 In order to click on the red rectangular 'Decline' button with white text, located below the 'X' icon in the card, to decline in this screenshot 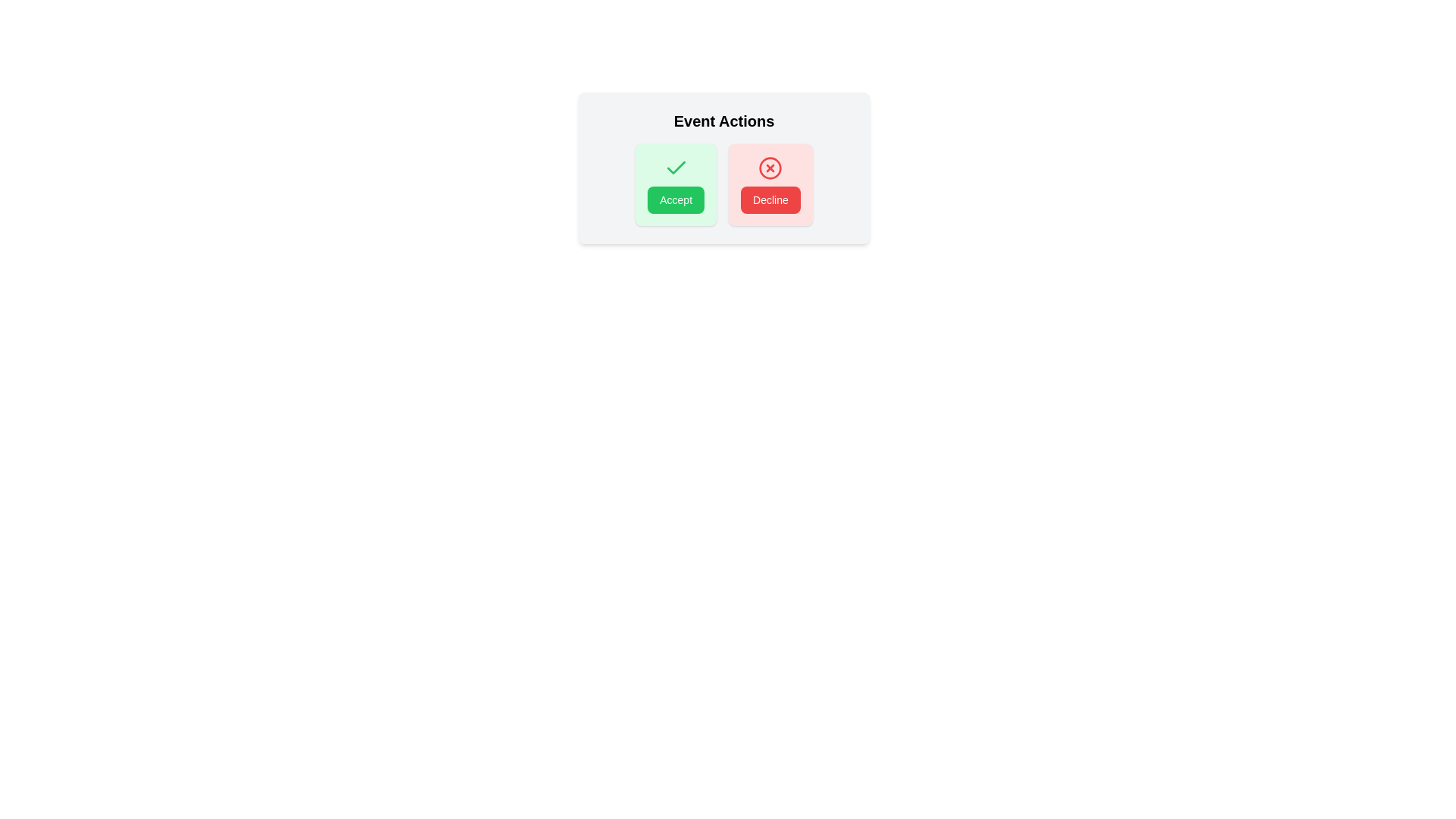, I will do `click(770, 199)`.